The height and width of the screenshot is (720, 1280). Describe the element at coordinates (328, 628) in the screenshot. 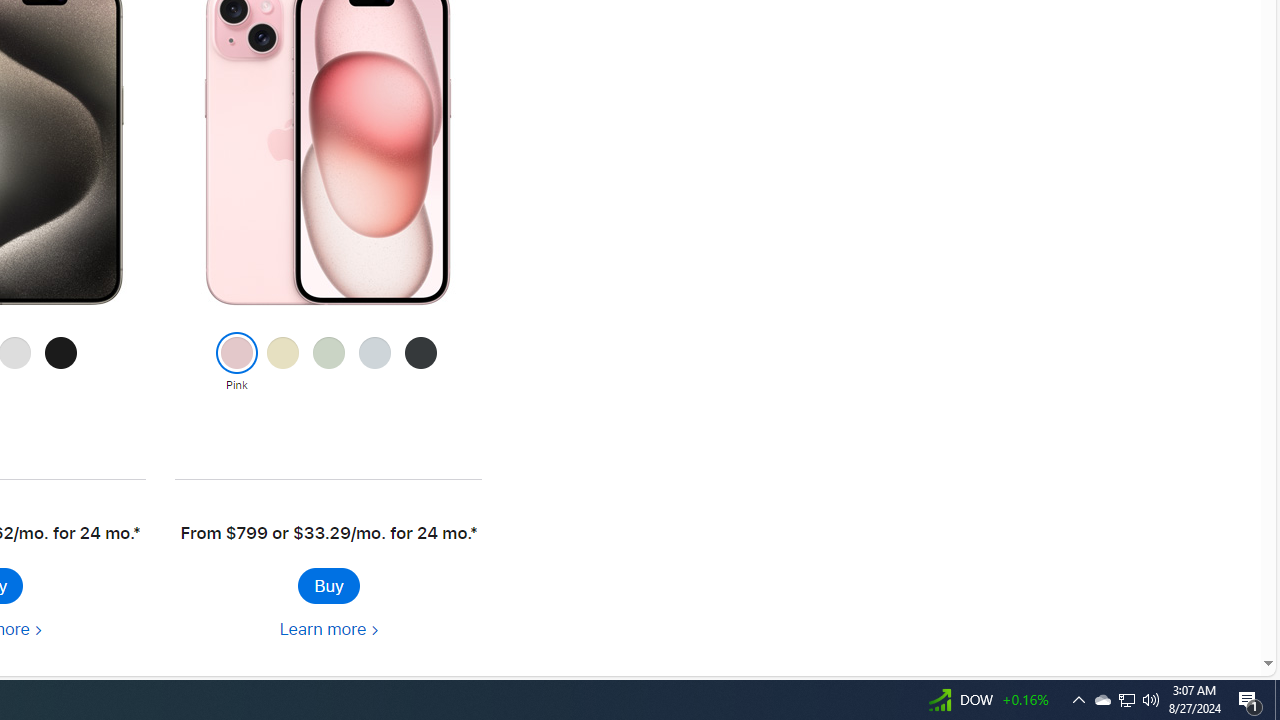

I see `'Learn more about iPhone 15'` at that location.